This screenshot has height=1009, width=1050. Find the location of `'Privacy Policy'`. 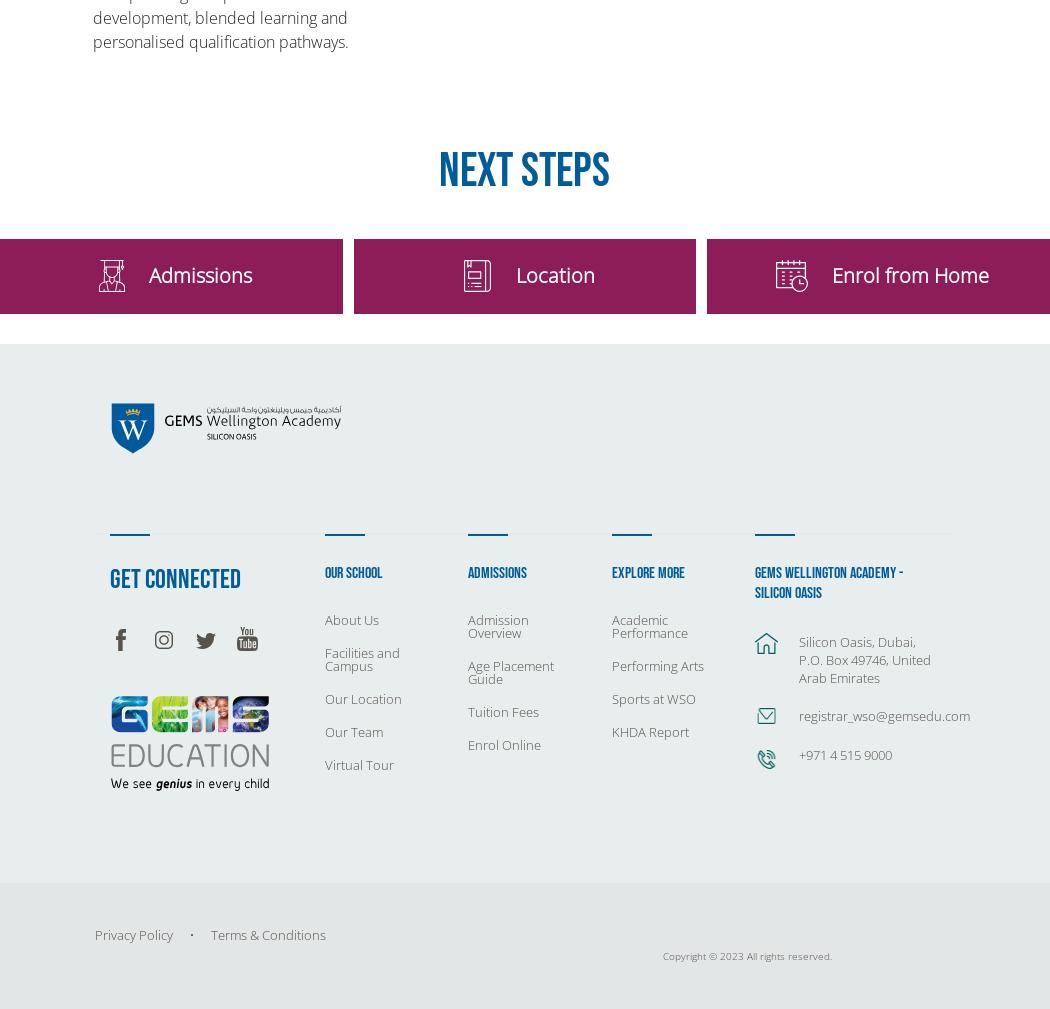

'Privacy Policy' is located at coordinates (132, 934).